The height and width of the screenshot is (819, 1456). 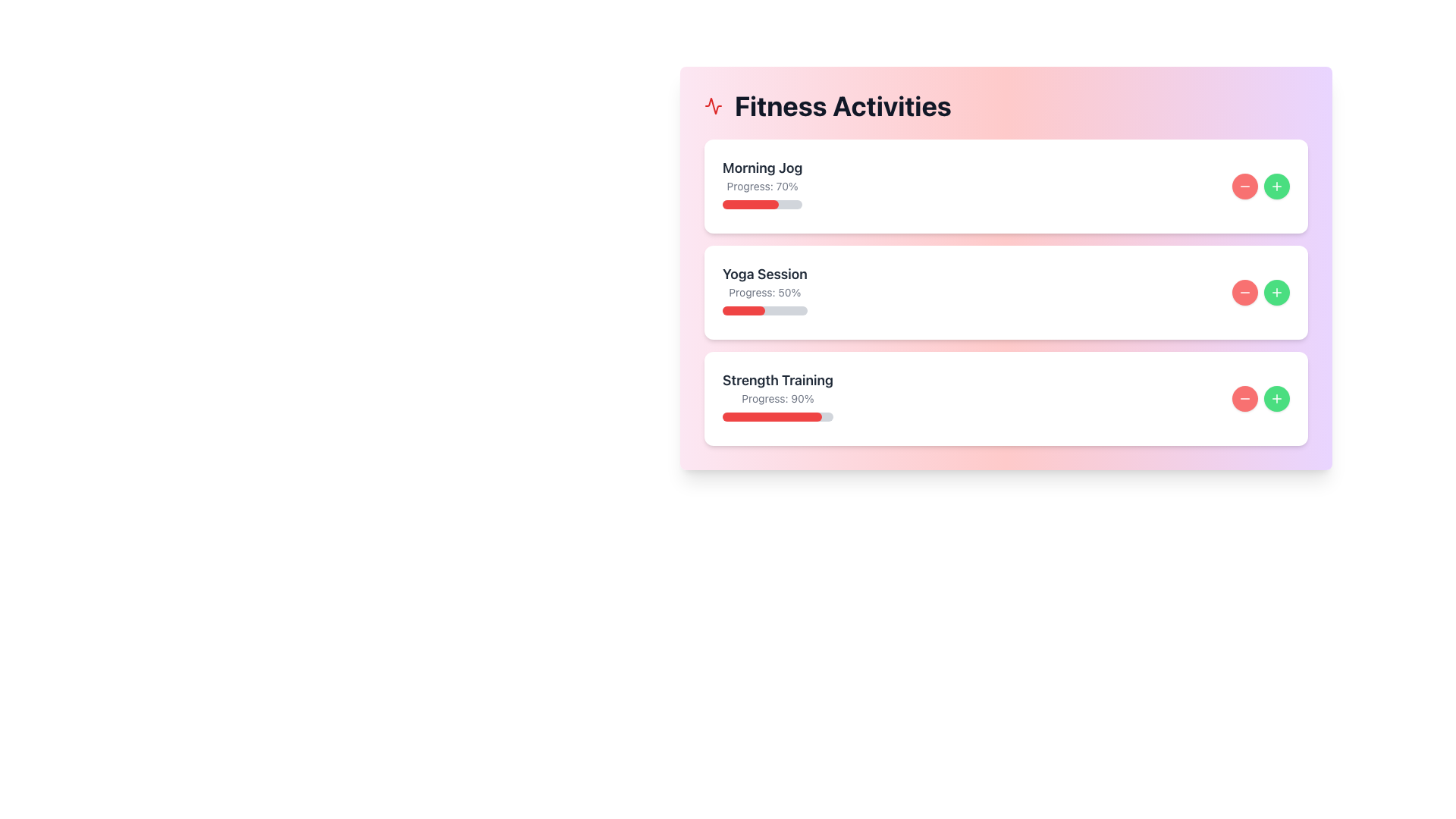 What do you see at coordinates (1276, 186) in the screenshot?
I see `the circular green button with a white '+' icon located at the rightmost end of the top activity section` at bounding box center [1276, 186].